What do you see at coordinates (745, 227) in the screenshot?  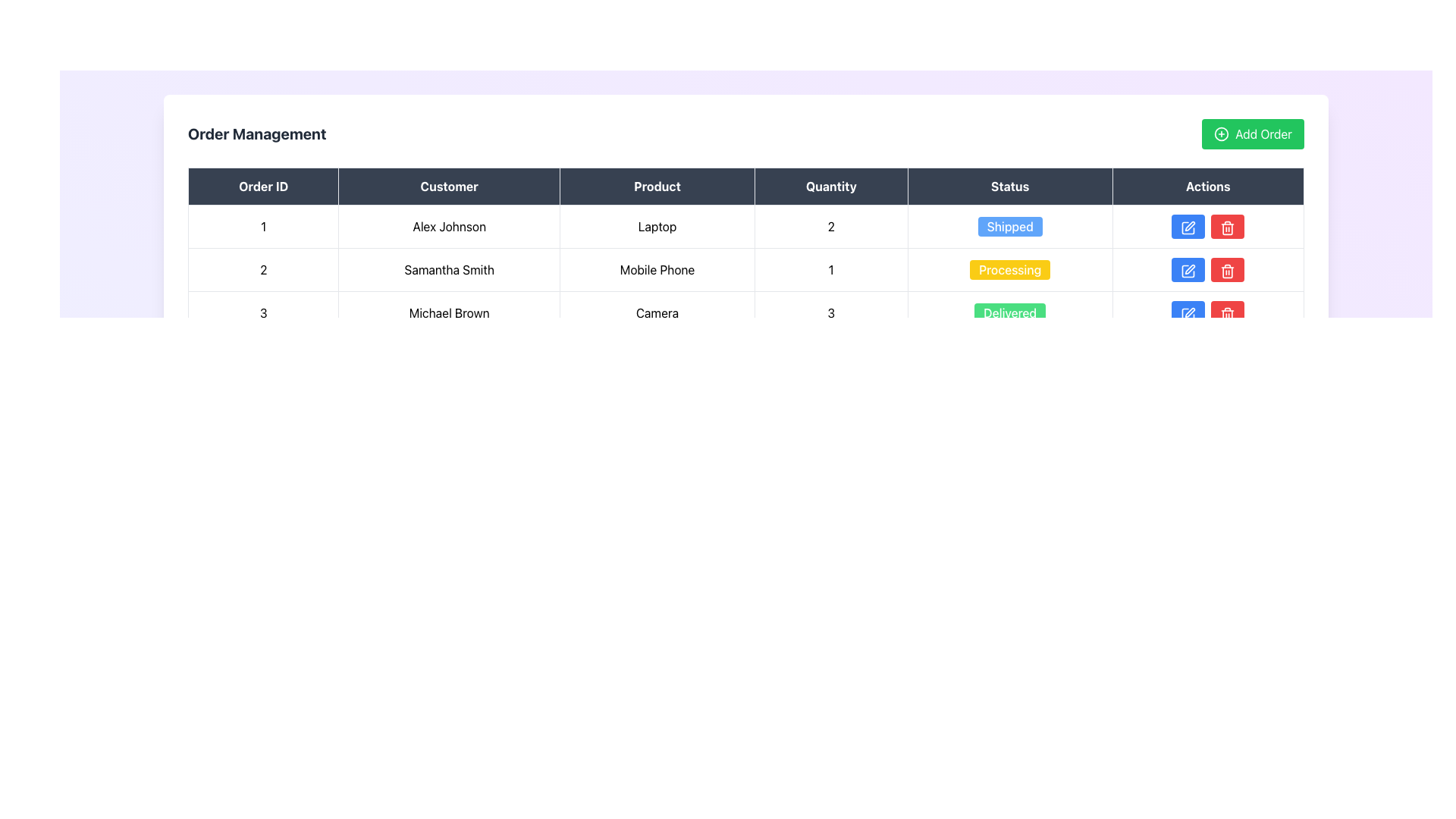 I see `the first row of the data table which displays information about an order, including Order ID, Customer name, Product name, Quantity, and Status, as it is interactive` at bounding box center [745, 227].